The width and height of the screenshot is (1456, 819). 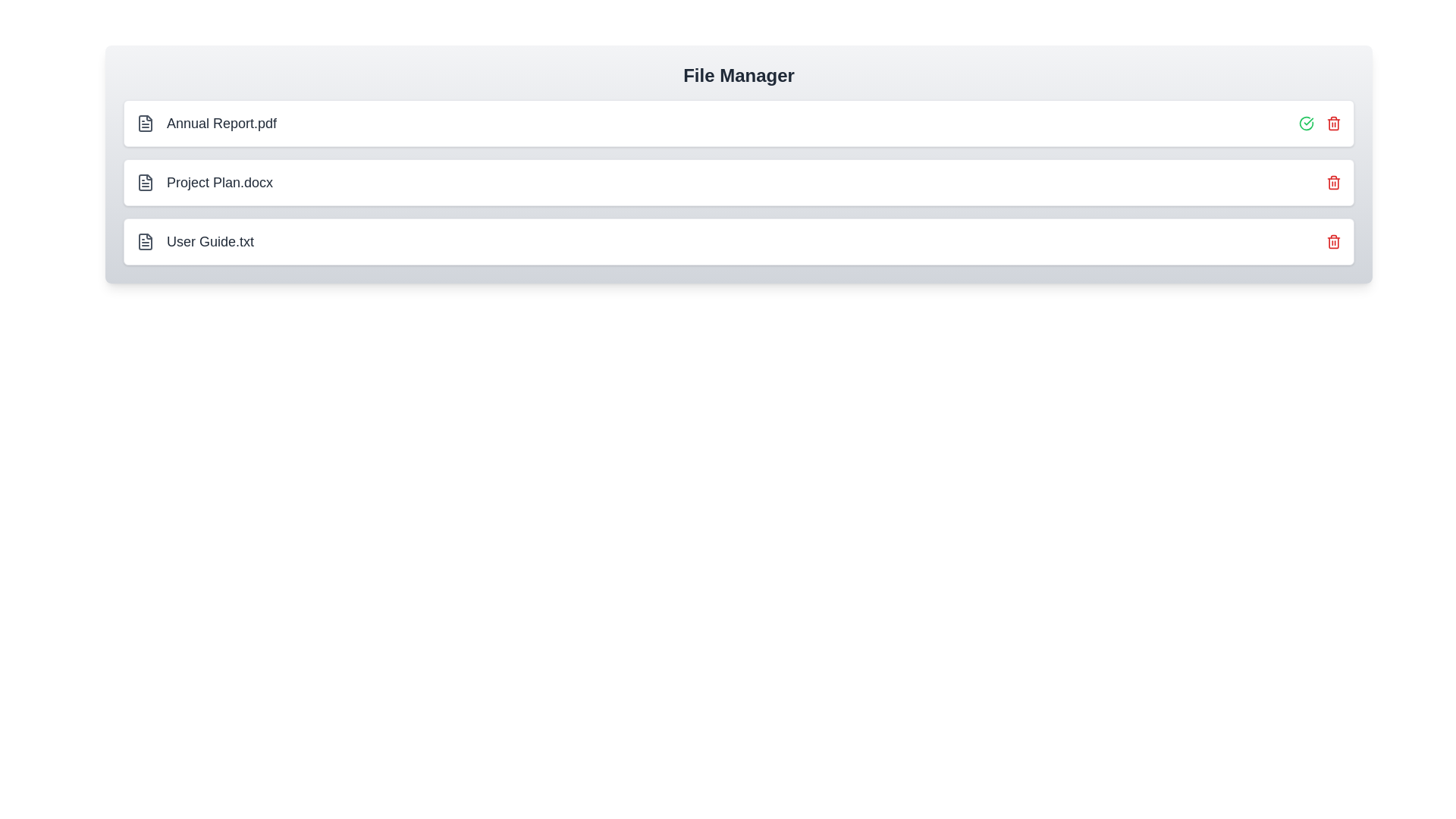 I want to click on the delete button located on the right edge of the 'User Guide.txt' file entry in the file manager list, so click(x=1332, y=241).